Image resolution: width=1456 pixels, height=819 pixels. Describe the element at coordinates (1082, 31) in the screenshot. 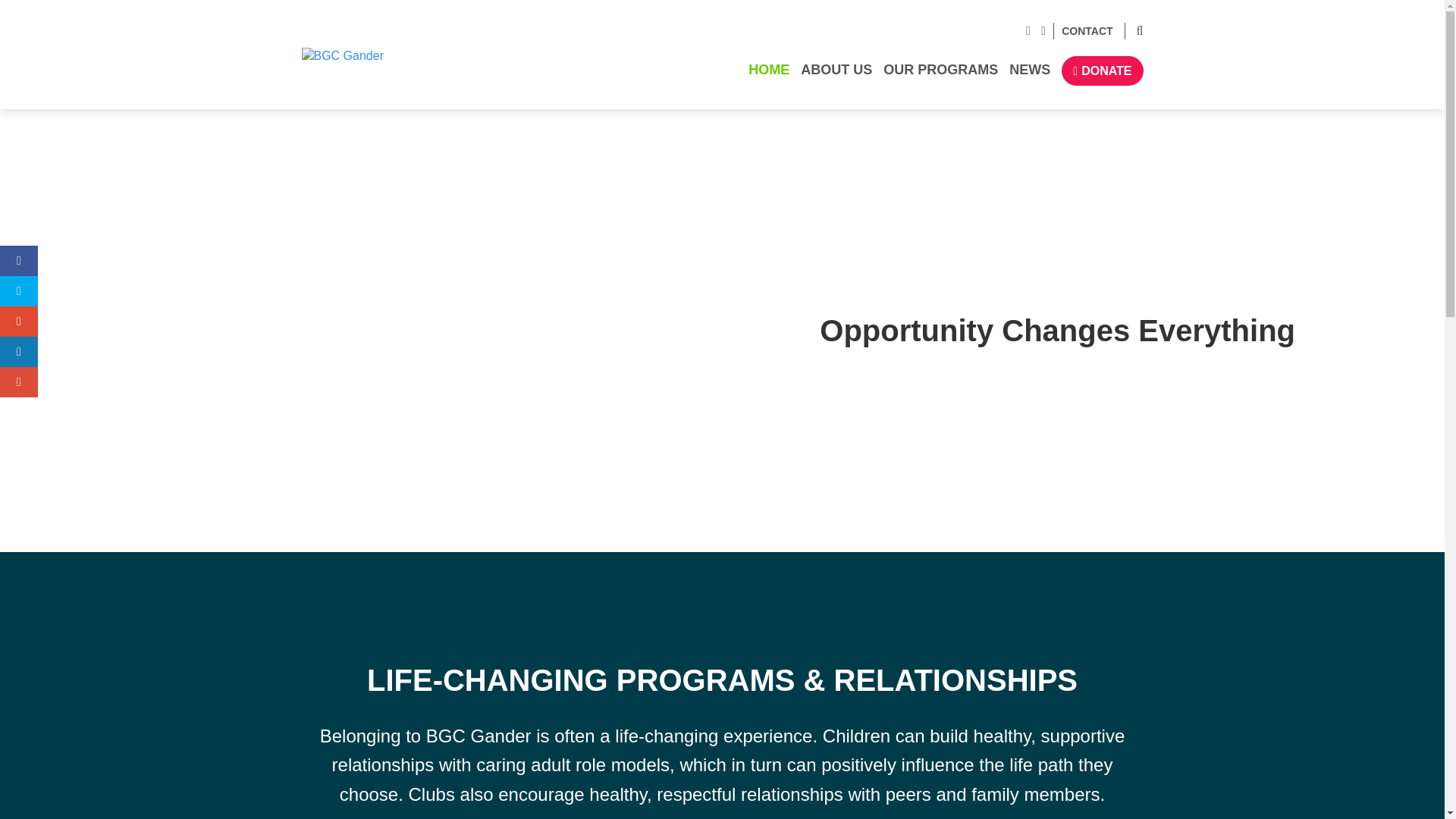

I see `'CONTACT'` at that location.